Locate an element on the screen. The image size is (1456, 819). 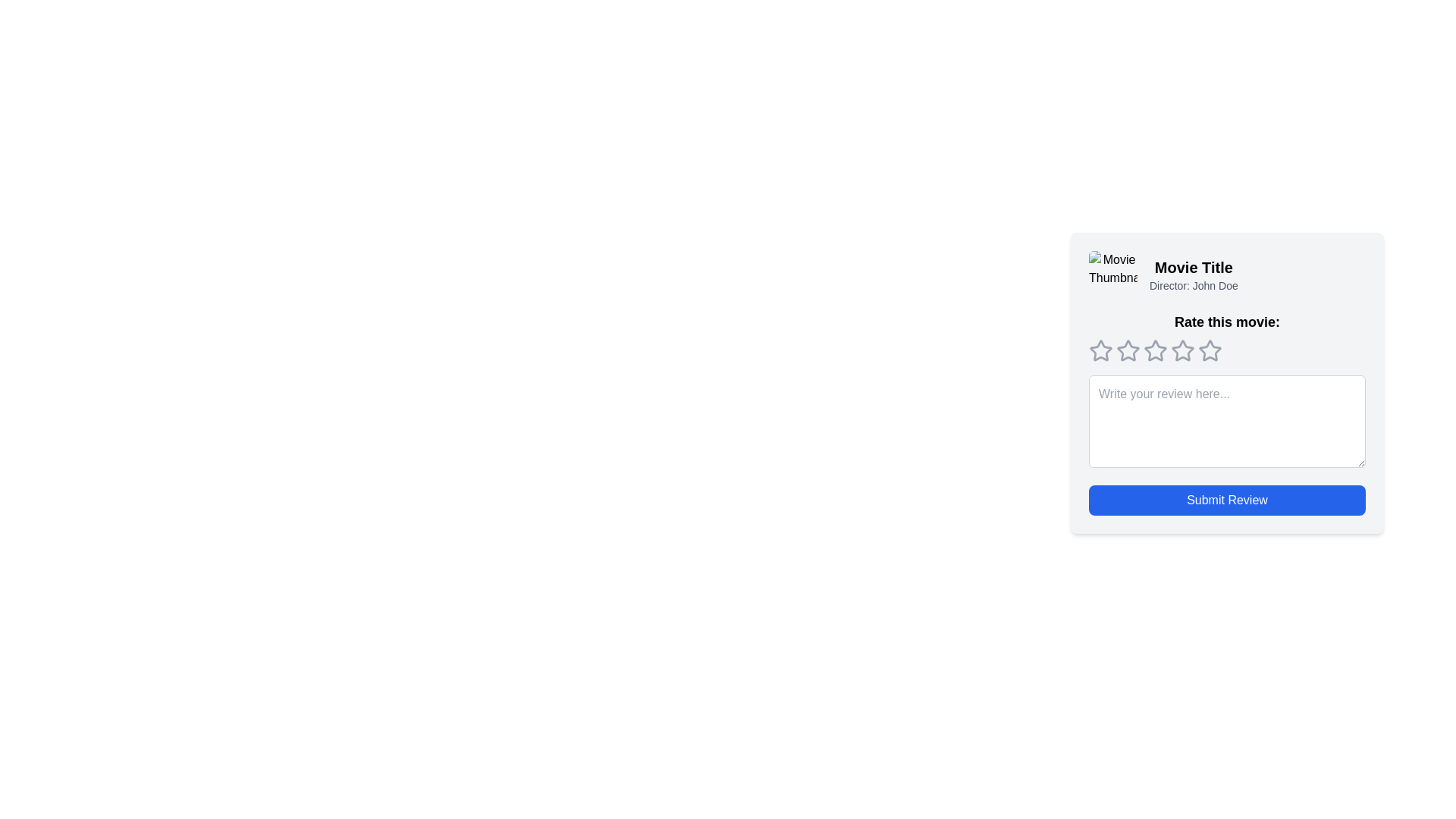
the text label displaying 'Director: John Doe', which is styled in a smaller gray font and positioned directly below the title 'Movie Title' is located at coordinates (1193, 286).